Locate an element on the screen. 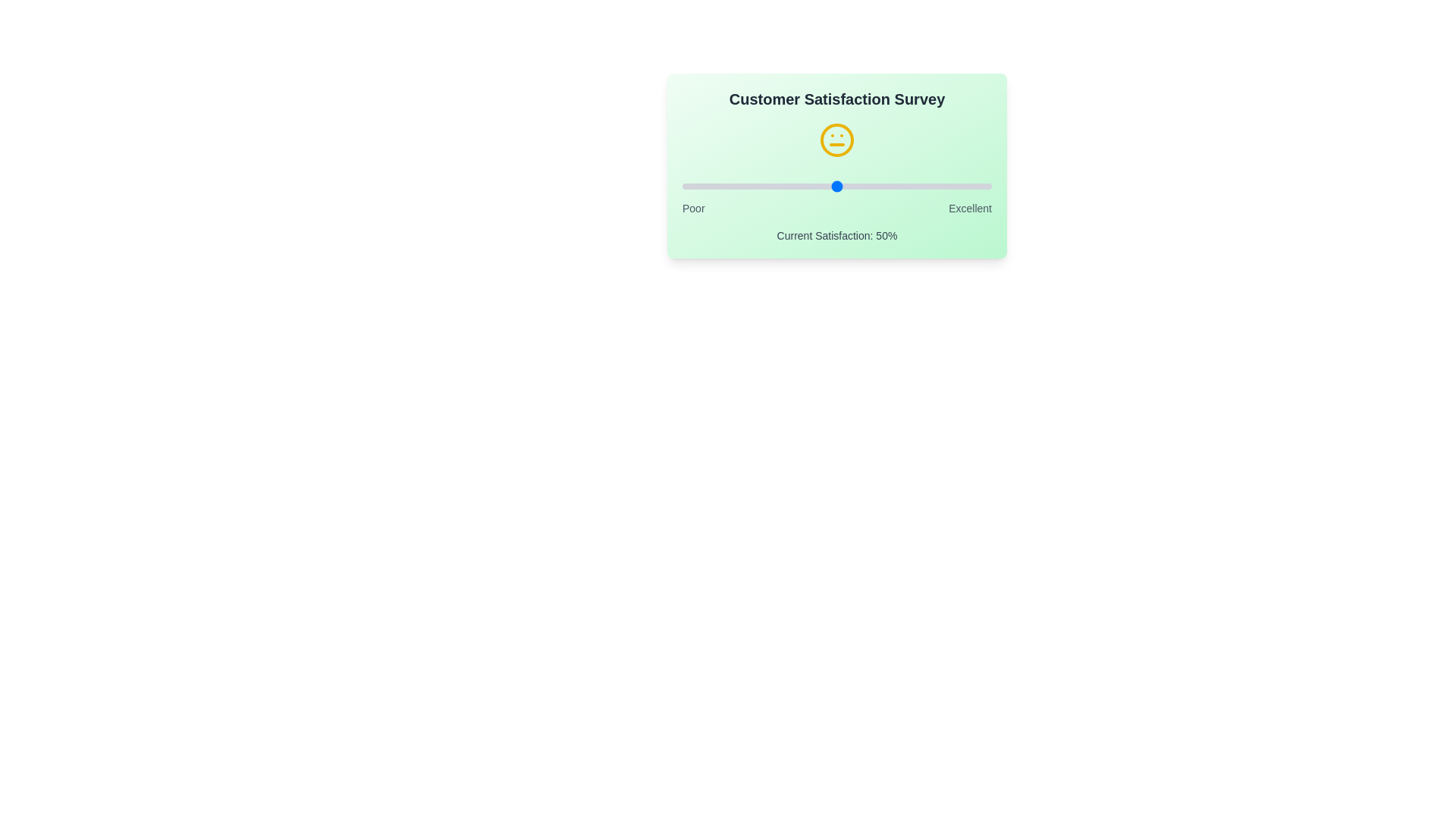 This screenshot has width=1456, height=819. the satisfaction slider to 12% is located at coordinates (719, 186).